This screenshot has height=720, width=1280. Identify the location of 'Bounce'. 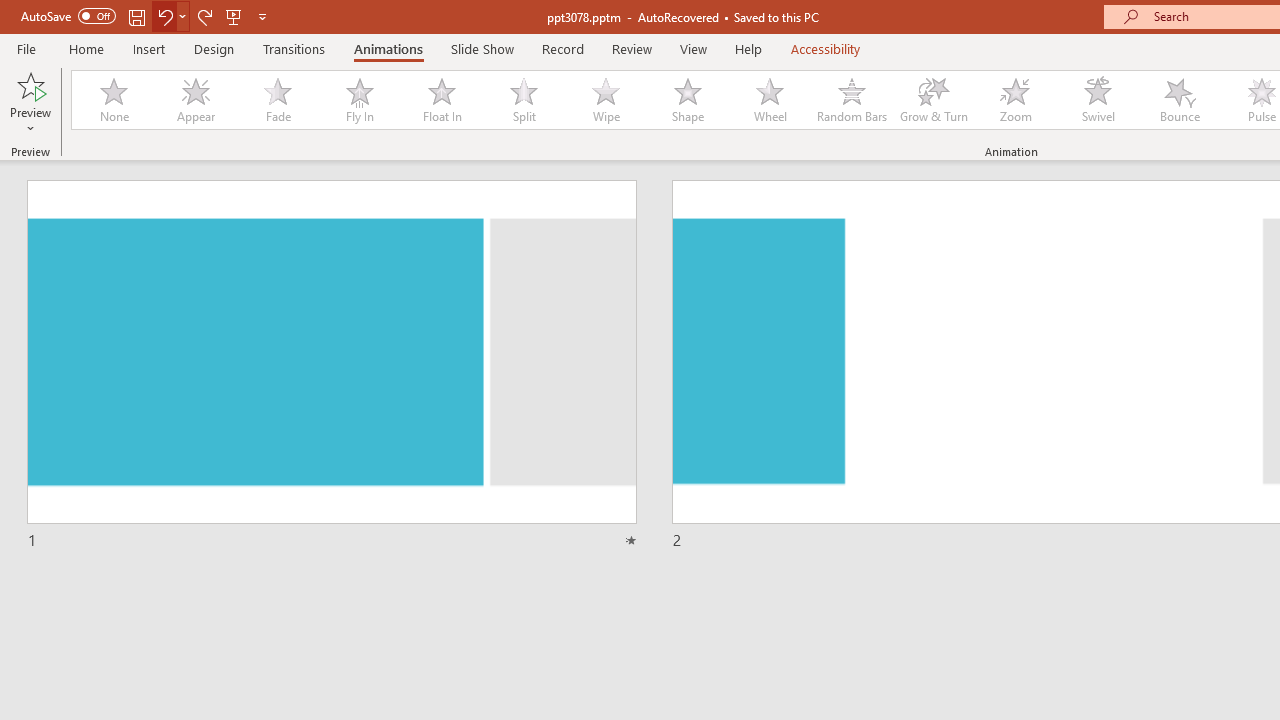
(1180, 100).